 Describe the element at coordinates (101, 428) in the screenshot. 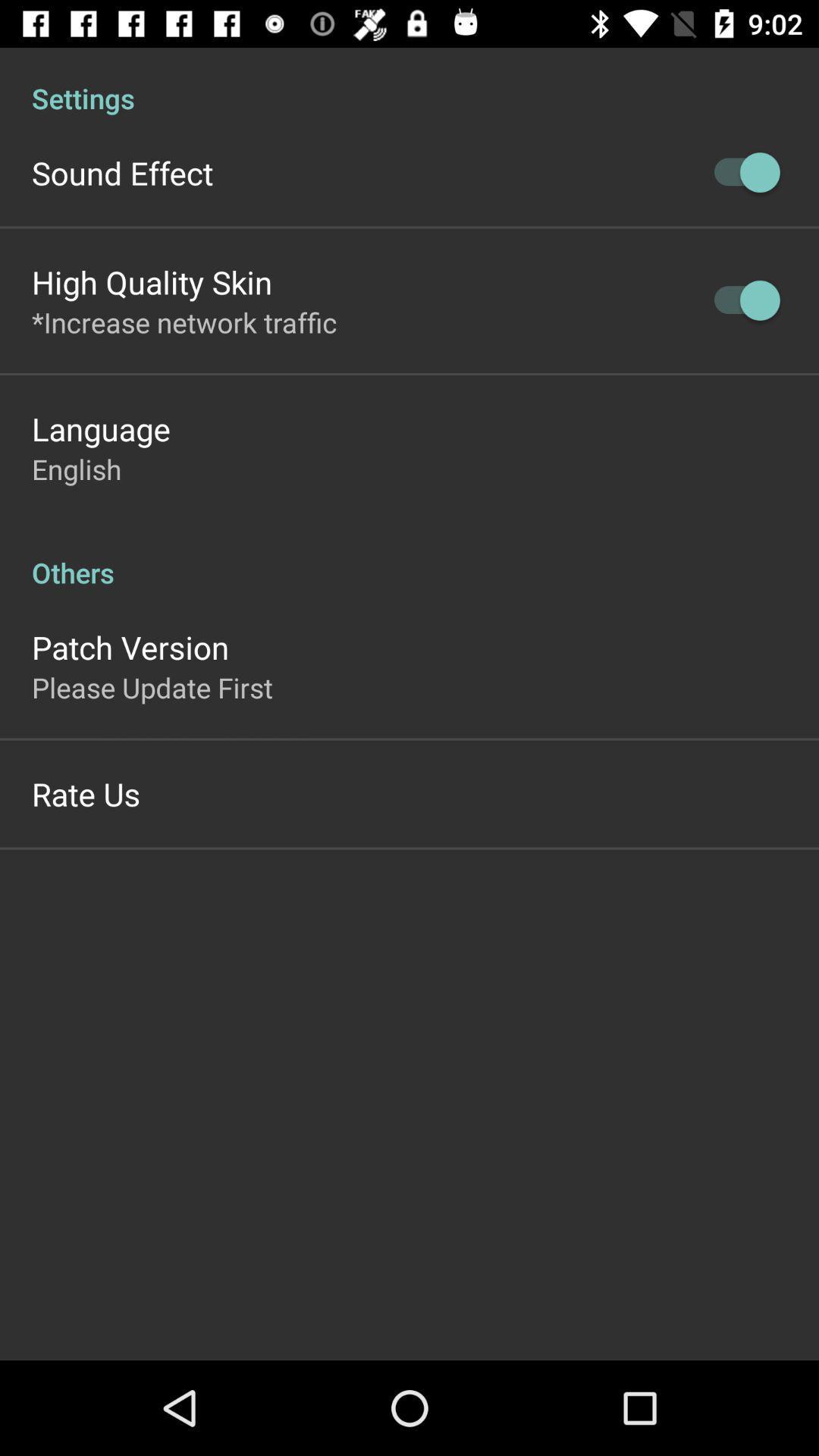

I see `the app below the *increase network traffic item` at that location.